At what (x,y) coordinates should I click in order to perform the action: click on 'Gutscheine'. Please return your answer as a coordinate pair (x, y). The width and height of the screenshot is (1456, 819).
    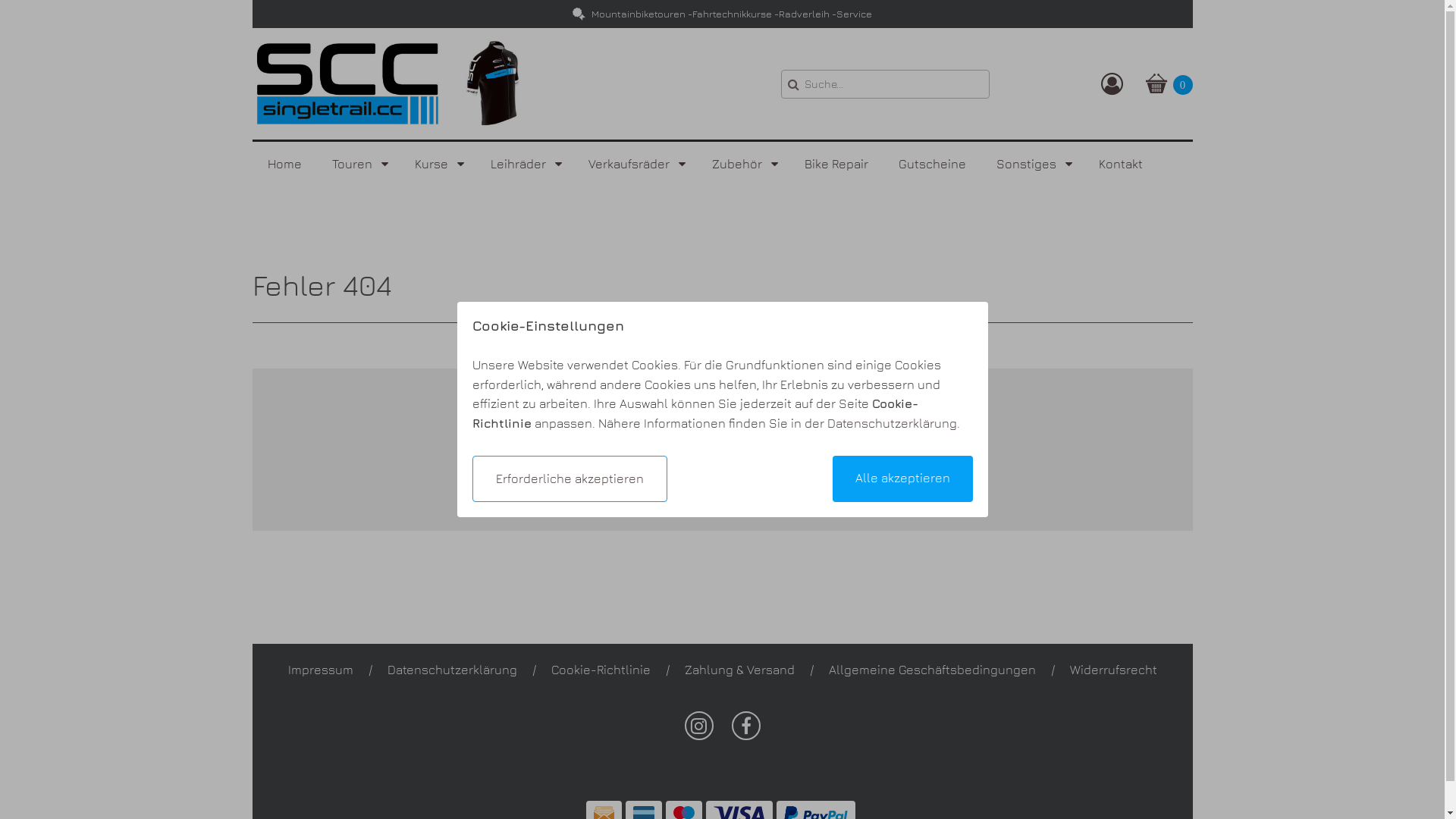
    Looking at the image, I should click on (930, 164).